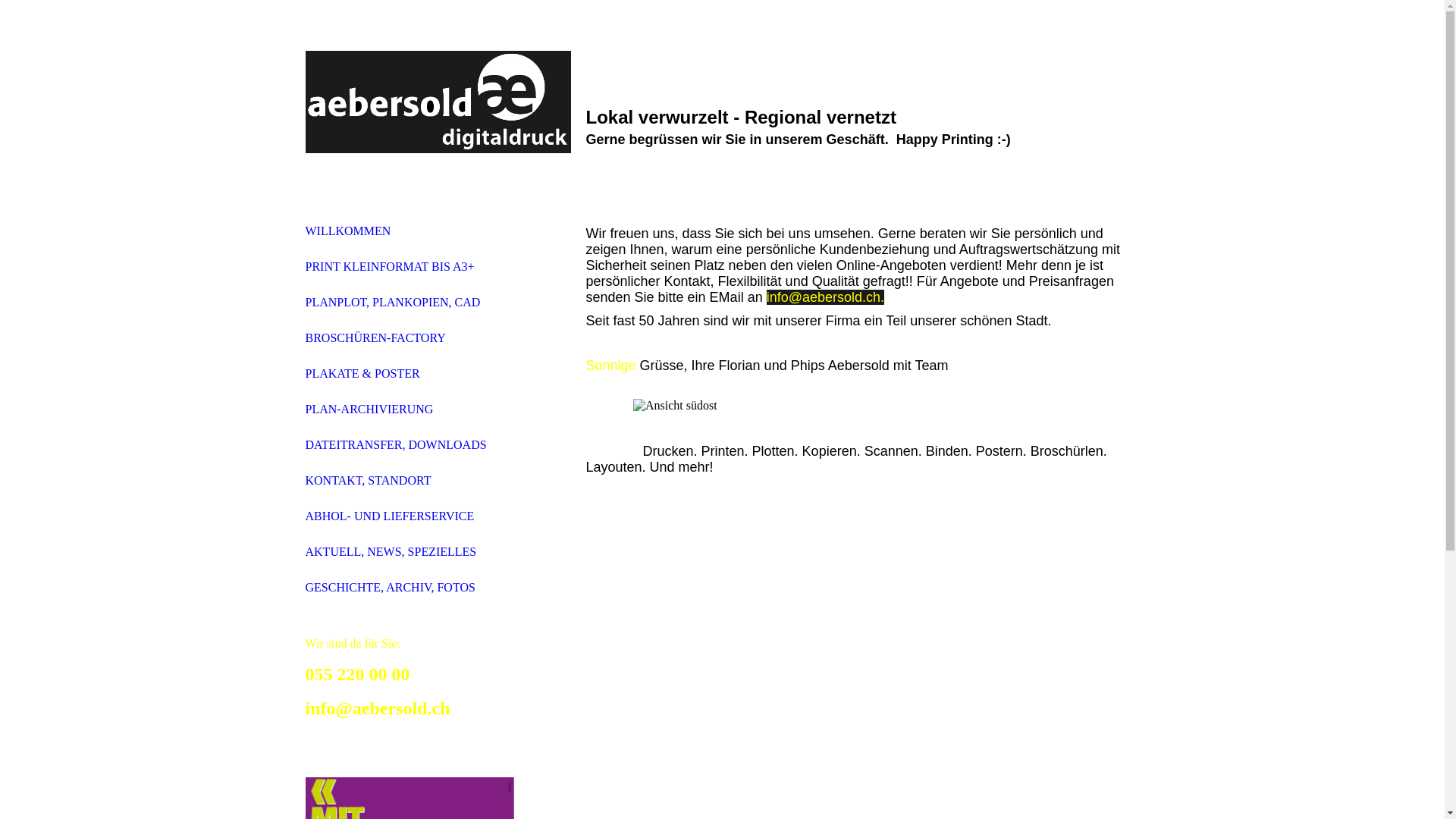  What do you see at coordinates (389, 265) in the screenshot?
I see `'PRINT KLEINFORMAT BIS A3+'` at bounding box center [389, 265].